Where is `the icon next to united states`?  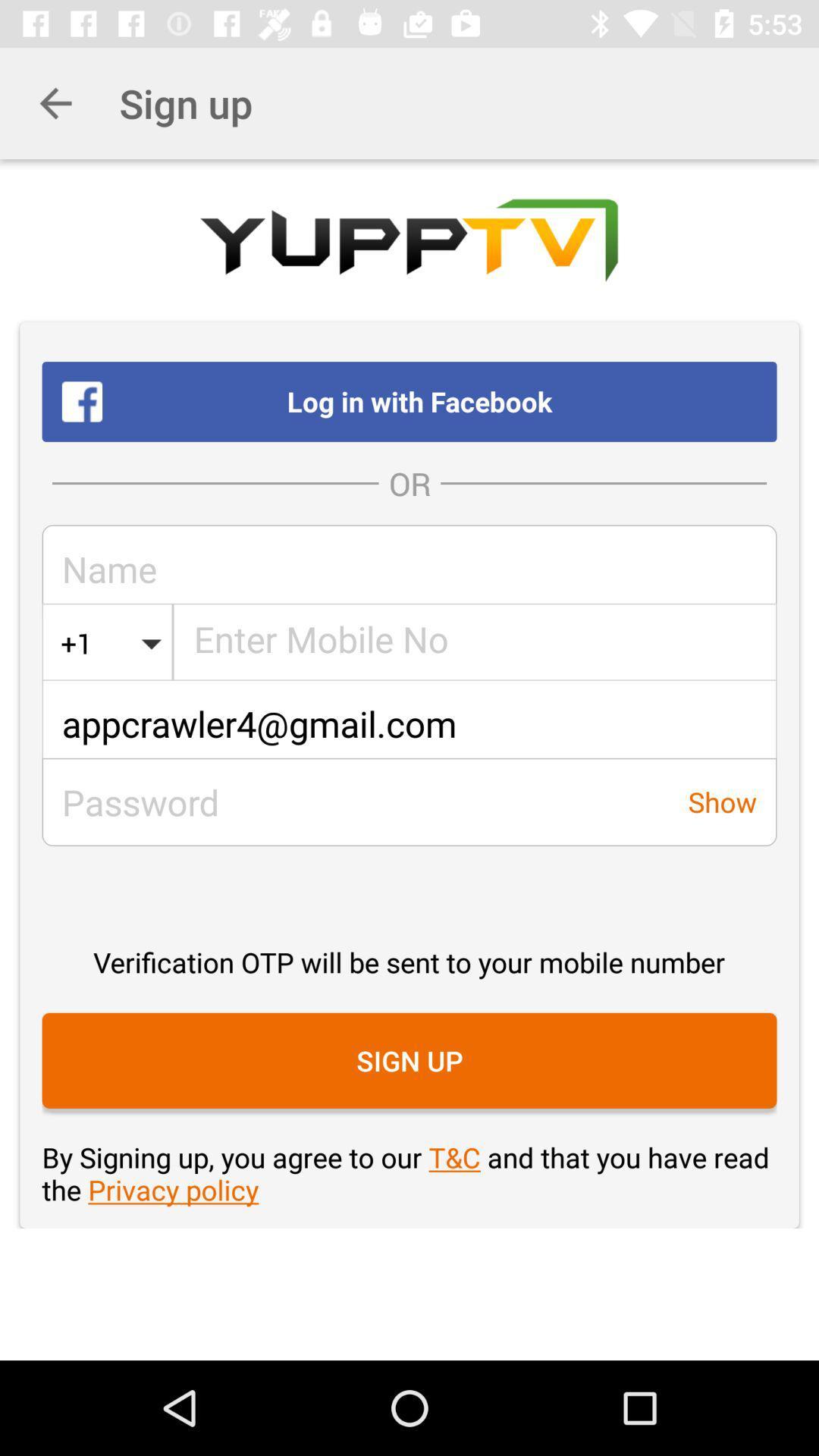
the icon next to united states is located at coordinates (77, 643).